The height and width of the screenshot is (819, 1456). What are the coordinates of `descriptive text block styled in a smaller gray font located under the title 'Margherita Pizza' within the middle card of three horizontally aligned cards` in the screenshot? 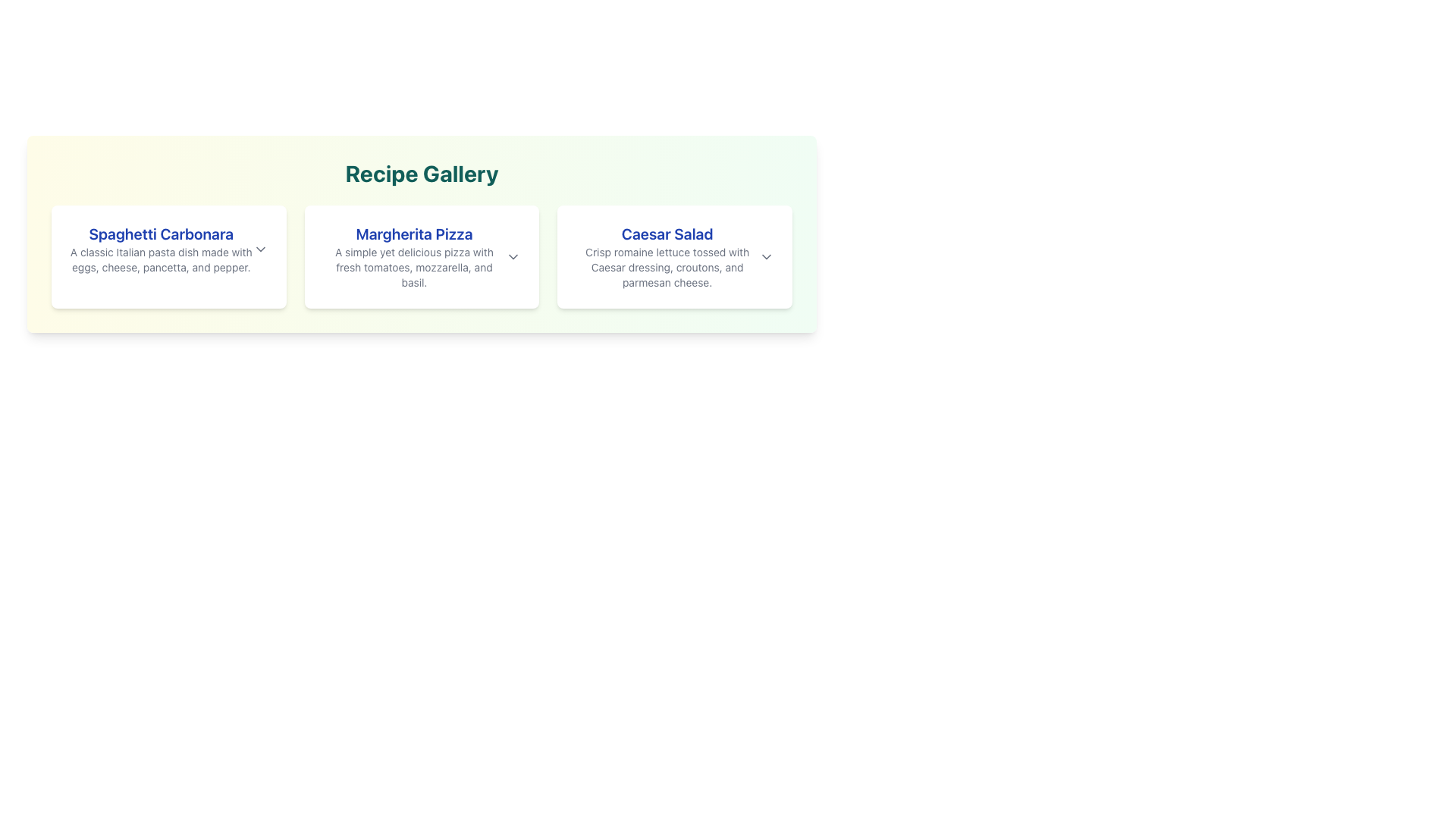 It's located at (414, 267).